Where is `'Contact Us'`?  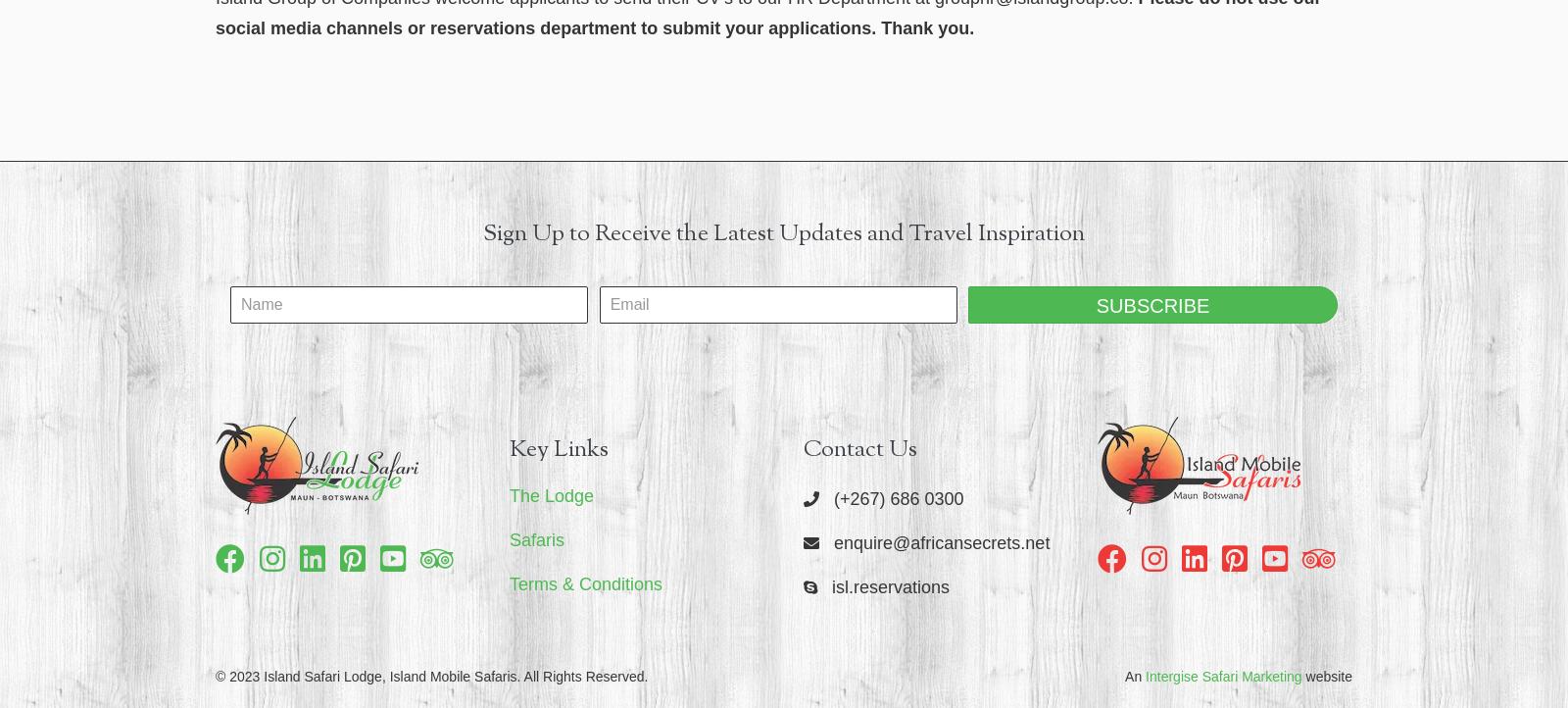 'Contact Us' is located at coordinates (858, 447).